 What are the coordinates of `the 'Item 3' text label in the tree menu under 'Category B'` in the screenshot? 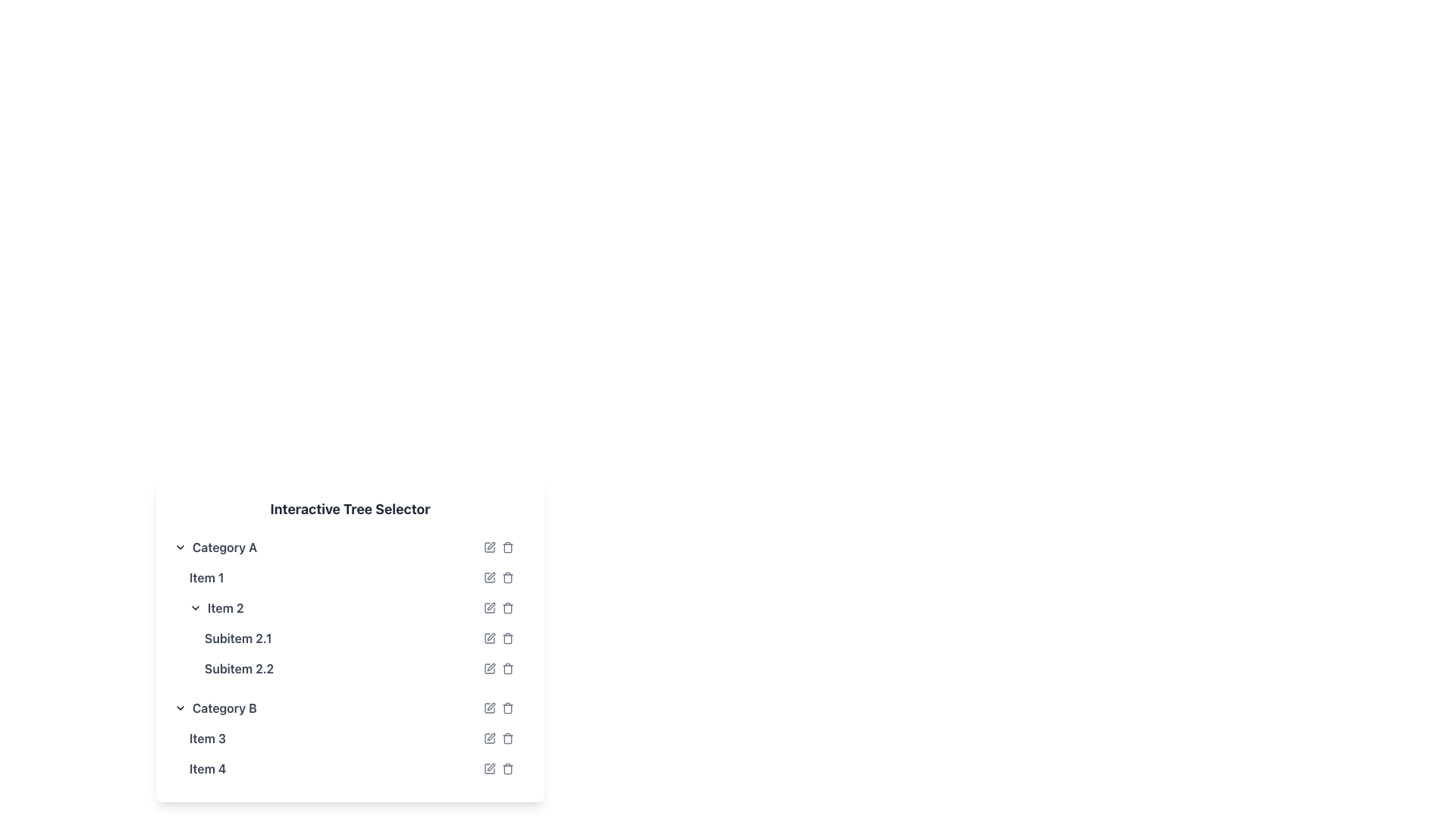 It's located at (206, 738).